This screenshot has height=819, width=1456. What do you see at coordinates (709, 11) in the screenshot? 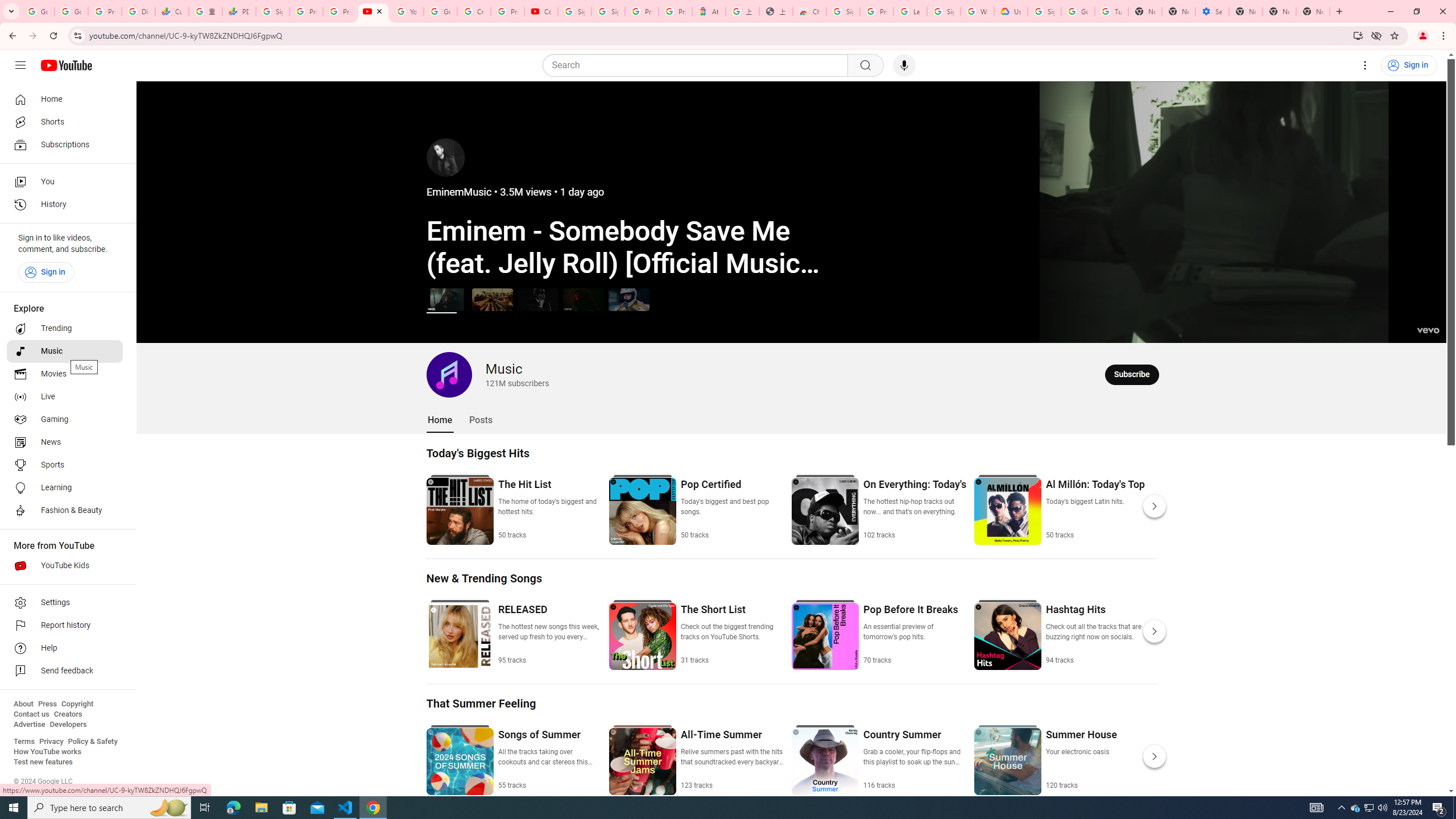
I see `'Atour Hotel - Google hotels'` at bounding box center [709, 11].